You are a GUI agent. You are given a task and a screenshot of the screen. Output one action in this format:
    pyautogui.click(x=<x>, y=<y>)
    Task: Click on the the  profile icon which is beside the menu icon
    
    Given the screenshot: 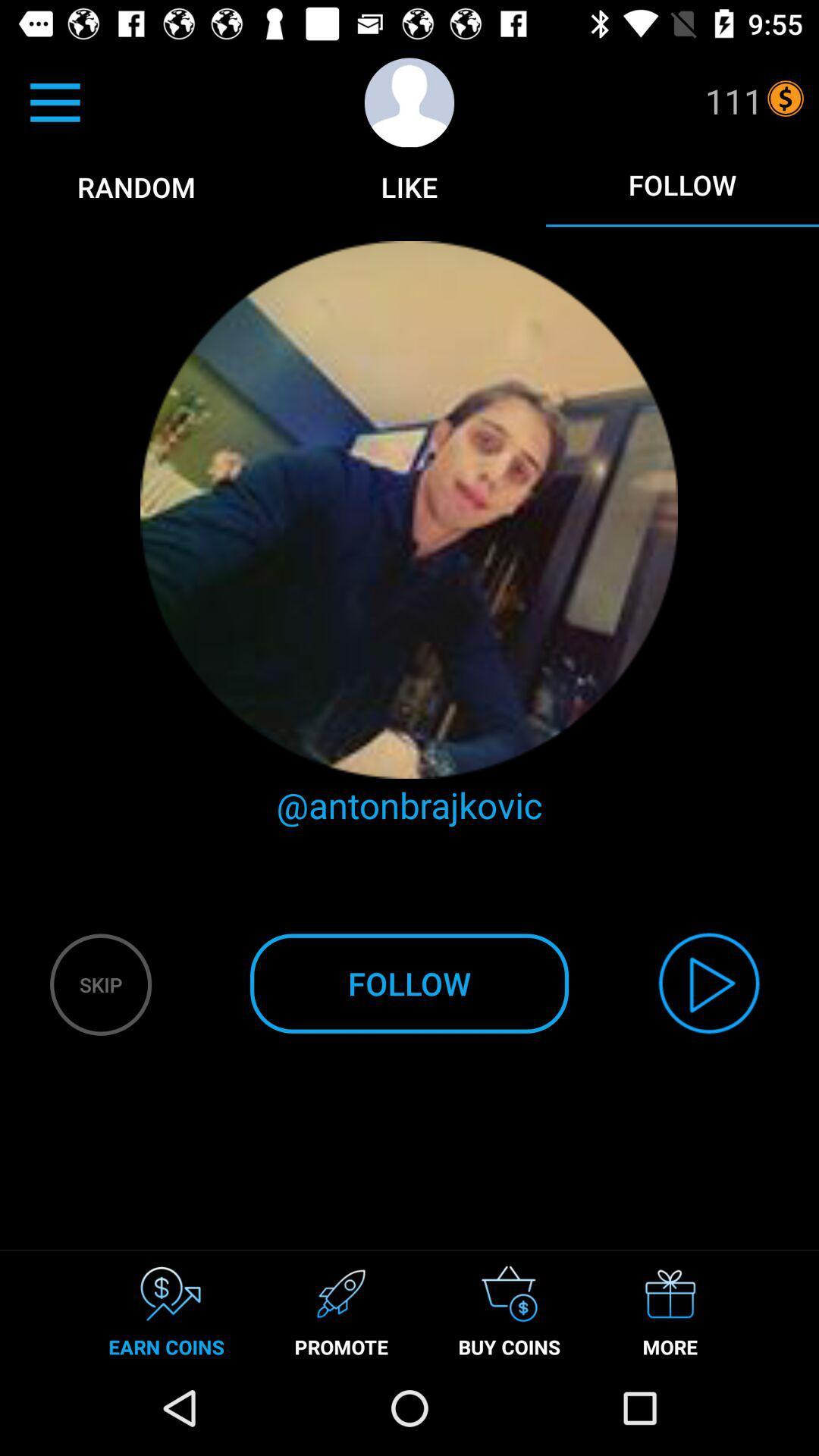 What is the action you would take?
    pyautogui.click(x=409, y=102)
    